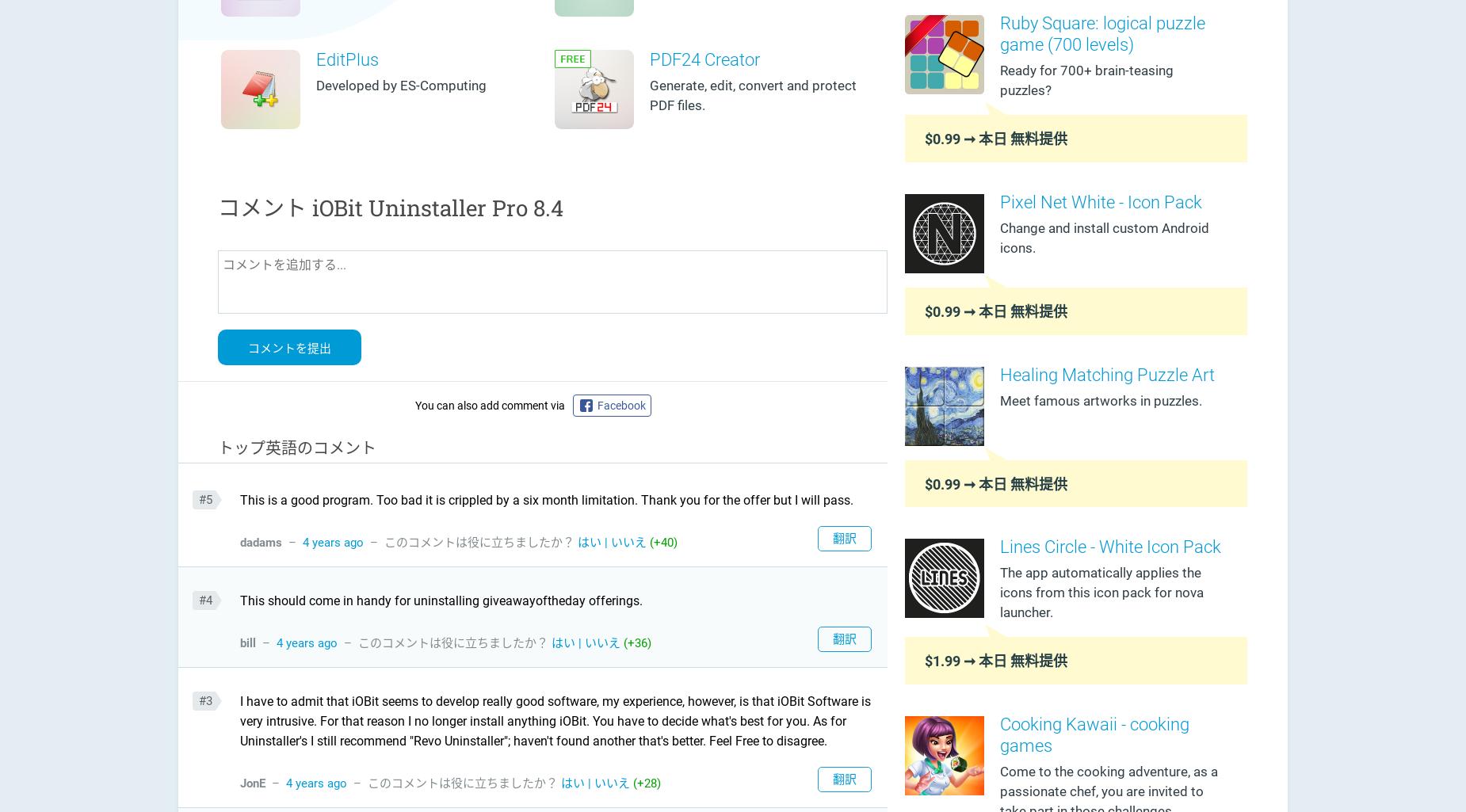 The image size is (1466, 812). What do you see at coordinates (1101, 200) in the screenshot?
I see `'Pixel Net White - Icon Pack'` at bounding box center [1101, 200].